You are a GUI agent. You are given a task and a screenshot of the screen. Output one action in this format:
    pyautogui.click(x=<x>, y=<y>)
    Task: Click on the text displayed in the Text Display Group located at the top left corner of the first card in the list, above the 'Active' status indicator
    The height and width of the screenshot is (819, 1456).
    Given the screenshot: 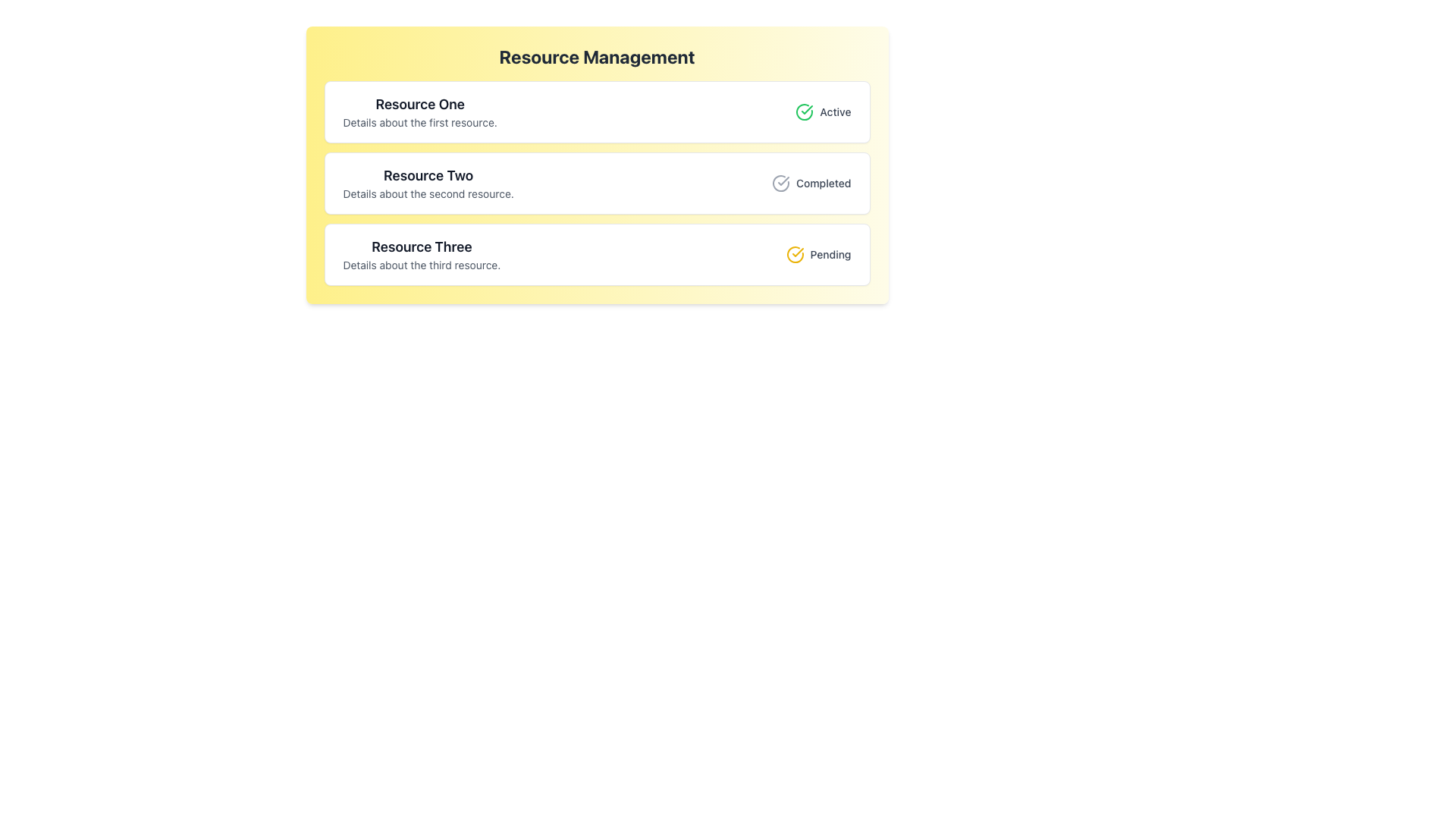 What is the action you would take?
    pyautogui.click(x=420, y=111)
    